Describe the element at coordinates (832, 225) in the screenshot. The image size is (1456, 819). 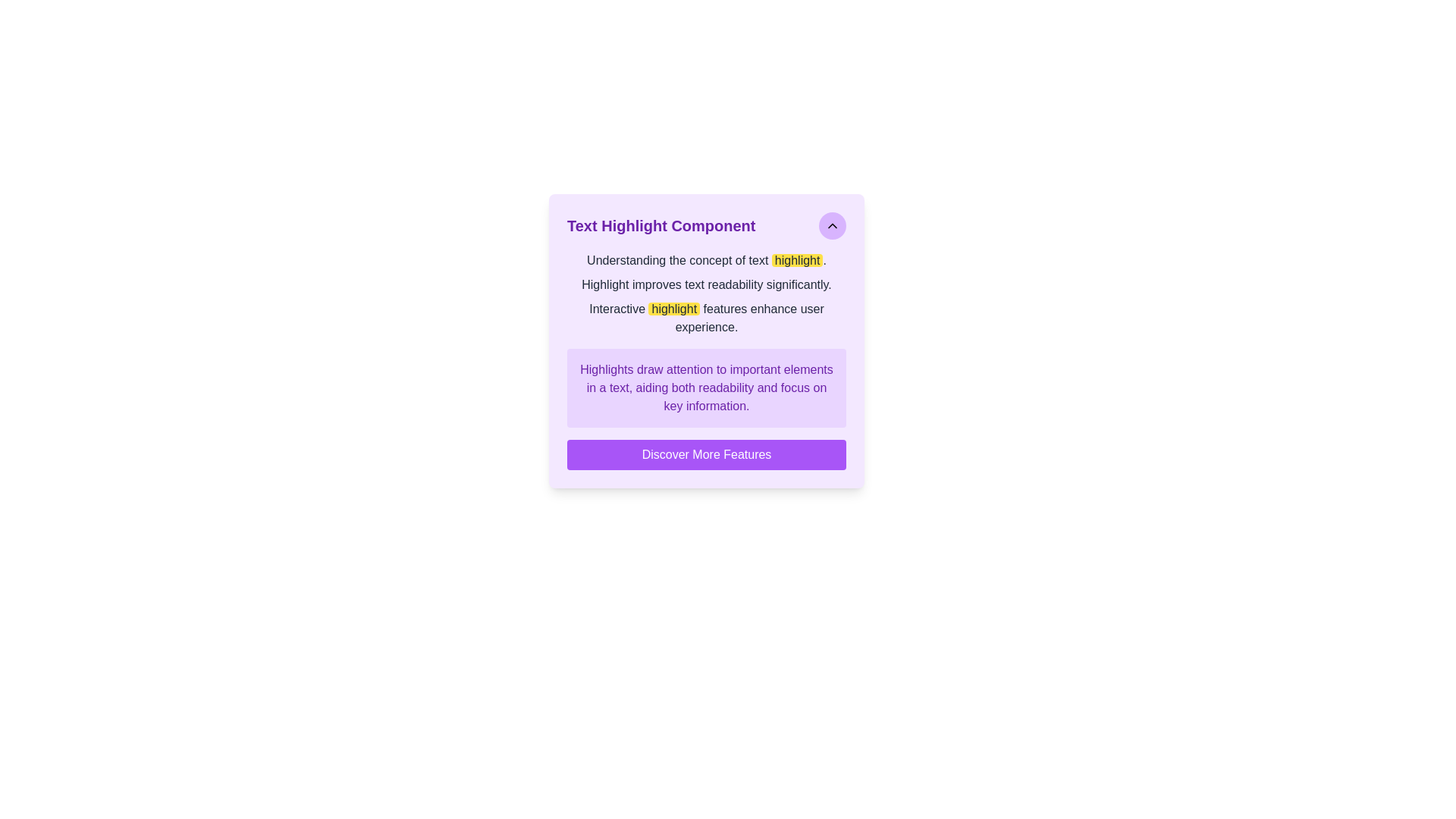
I see `the icon located at the top-right corner of the 'Text Highlight Component' box, which functions` at that location.